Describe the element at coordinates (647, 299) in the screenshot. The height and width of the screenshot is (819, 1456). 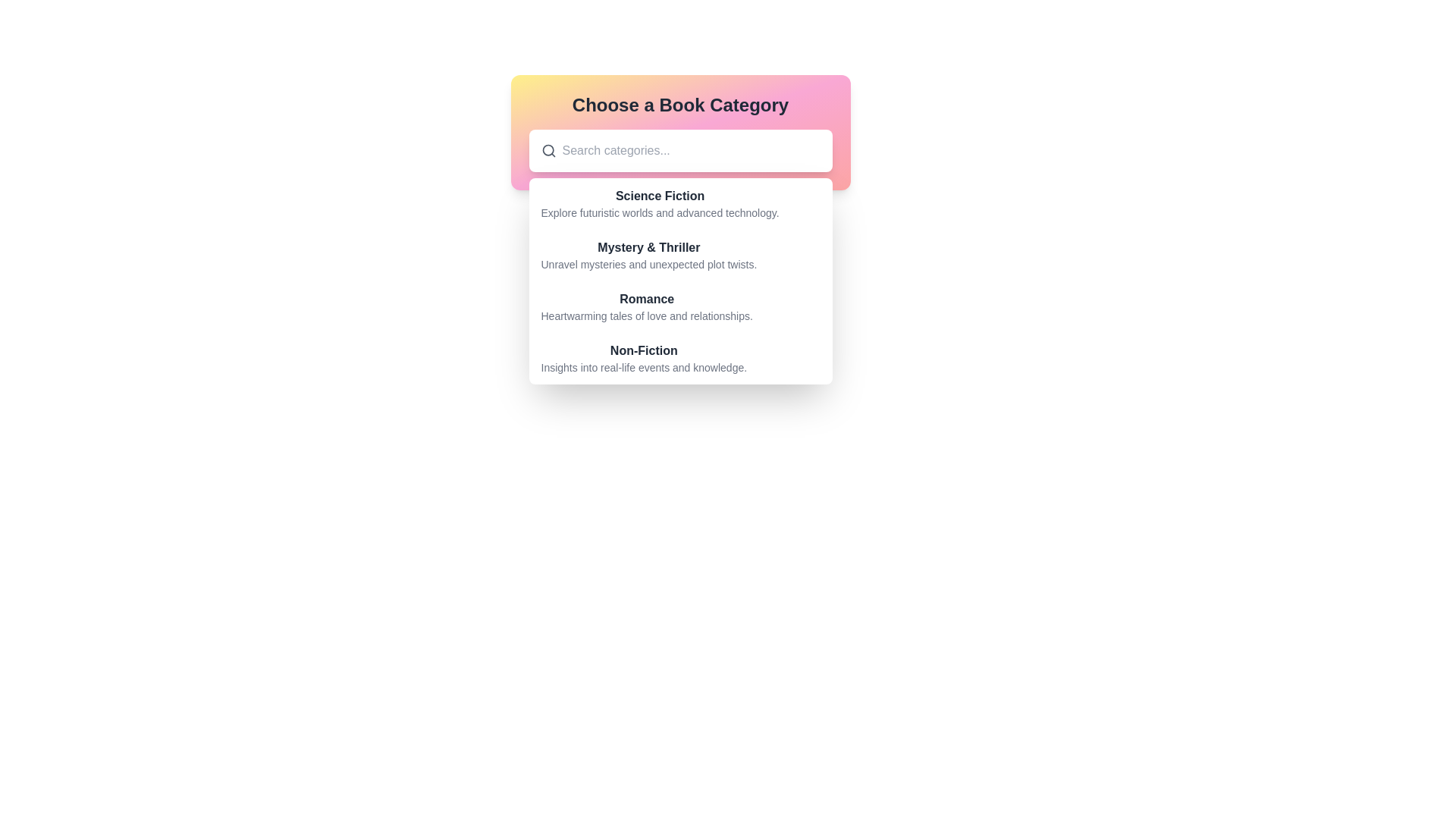
I see `the 'Romance' text label, which is displayed in bold, dark-colored font and is located between the 'Mystery & Thriller' and 'Non-Fiction' categories in the book genres section` at that location.